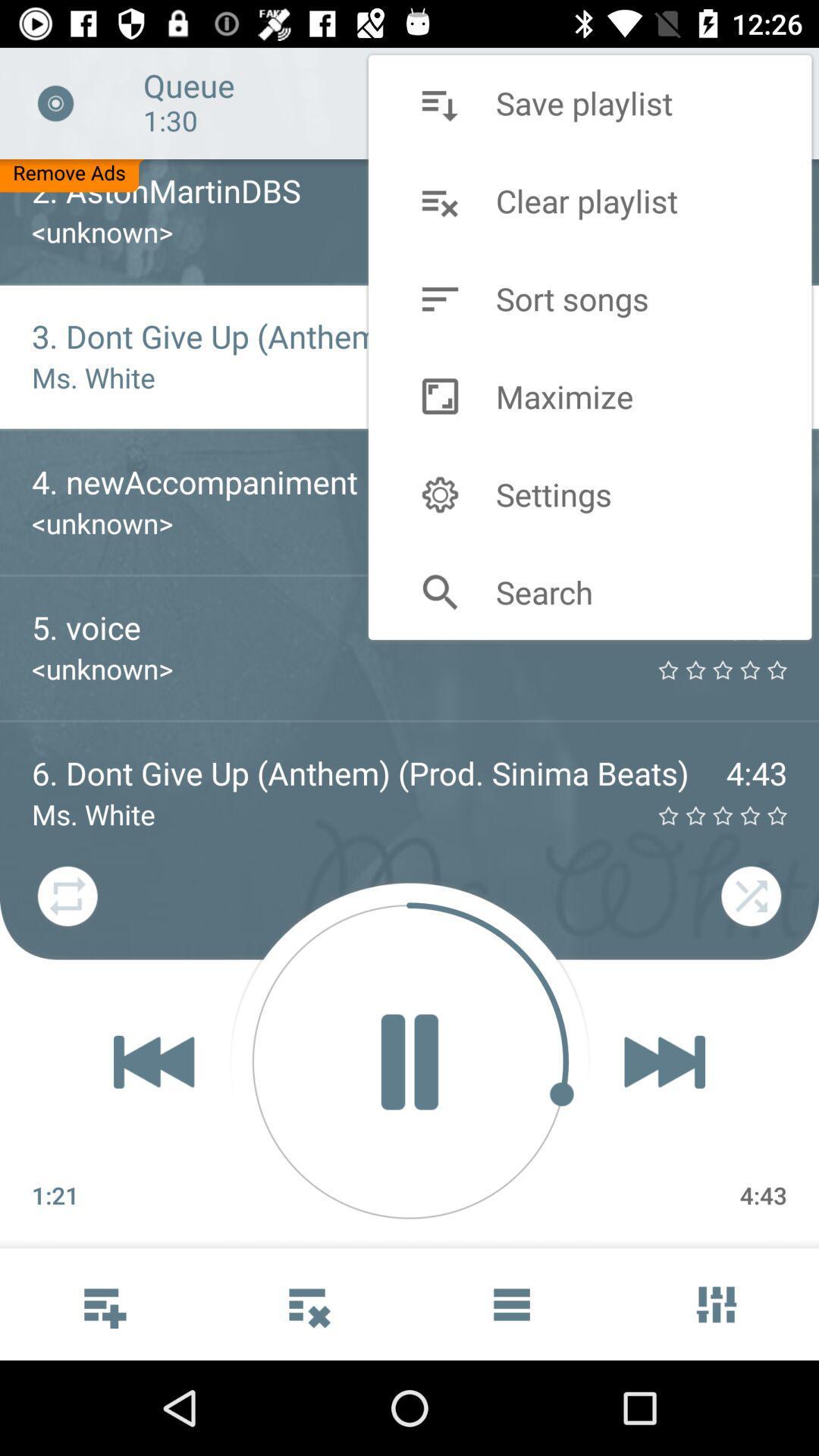  What do you see at coordinates (67, 899) in the screenshot?
I see `the repeat icon` at bounding box center [67, 899].